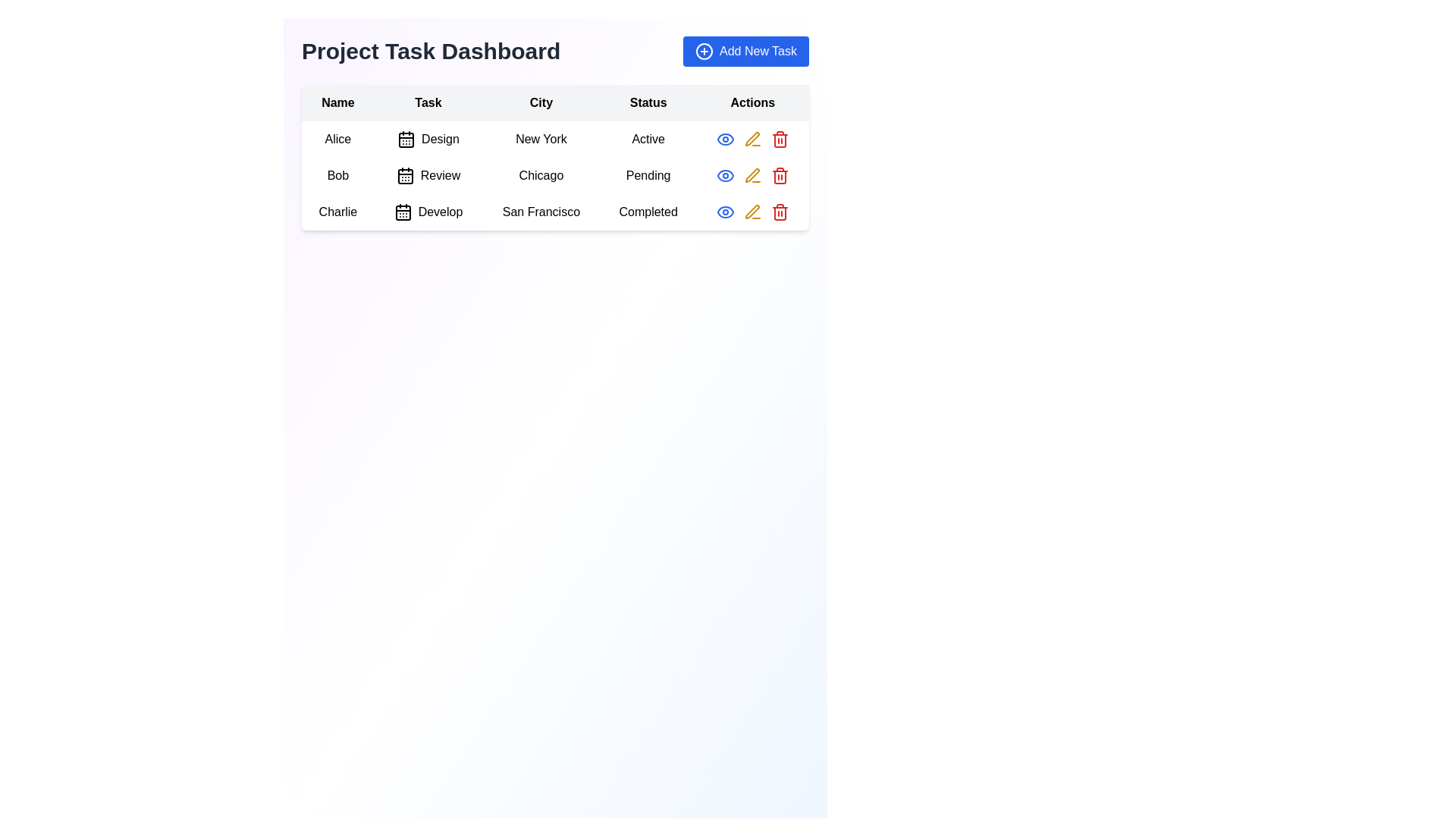 The width and height of the screenshot is (1456, 819). Describe the element at coordinates (704, 51) in the screenshot. I see `the circular vector graphic within the 'Add New Task' button that resembles a plus symbol, located in the top-right corner of the 'Project Task Dashboard'` at that location.